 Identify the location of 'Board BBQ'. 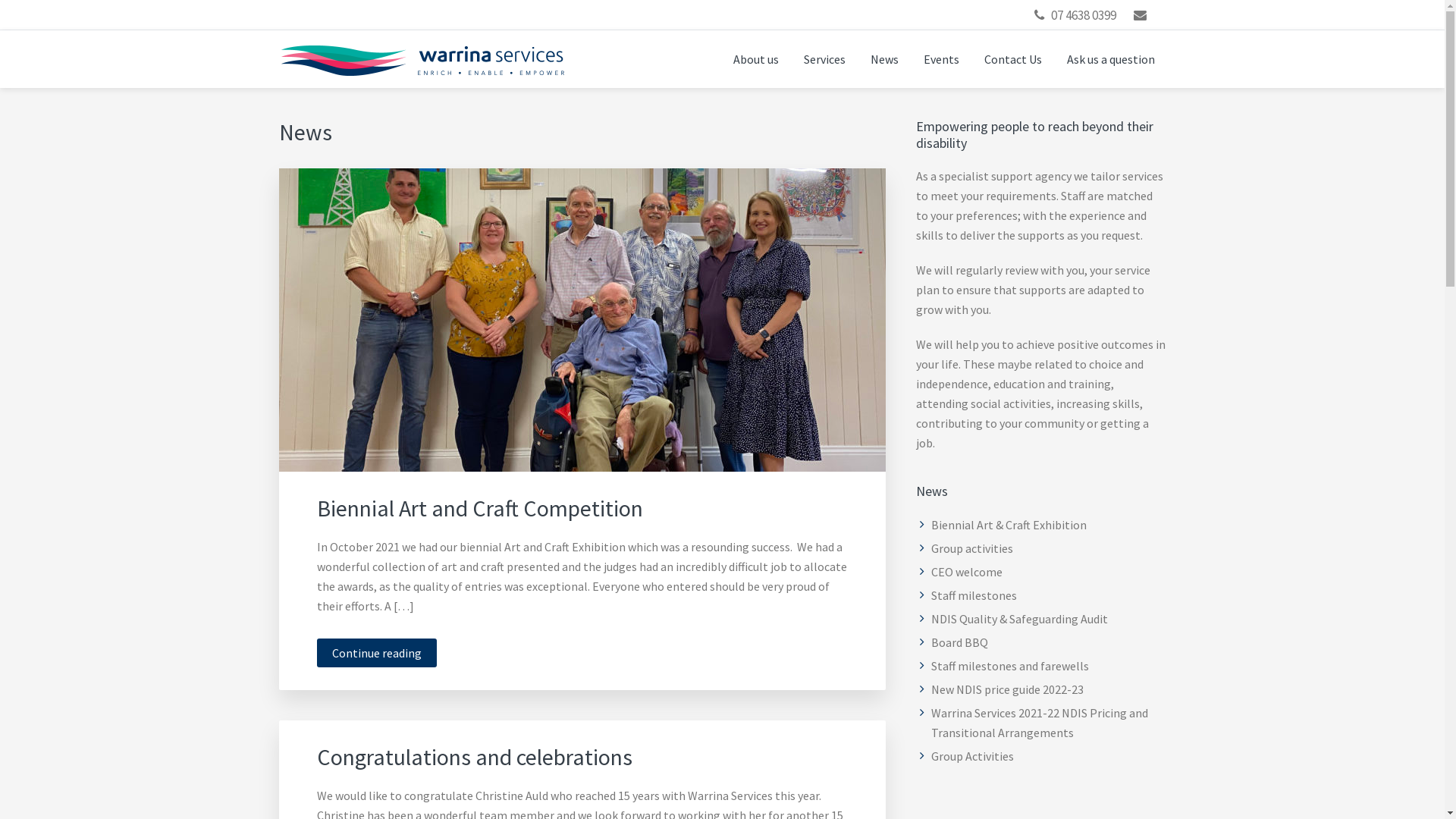
(959, 642).